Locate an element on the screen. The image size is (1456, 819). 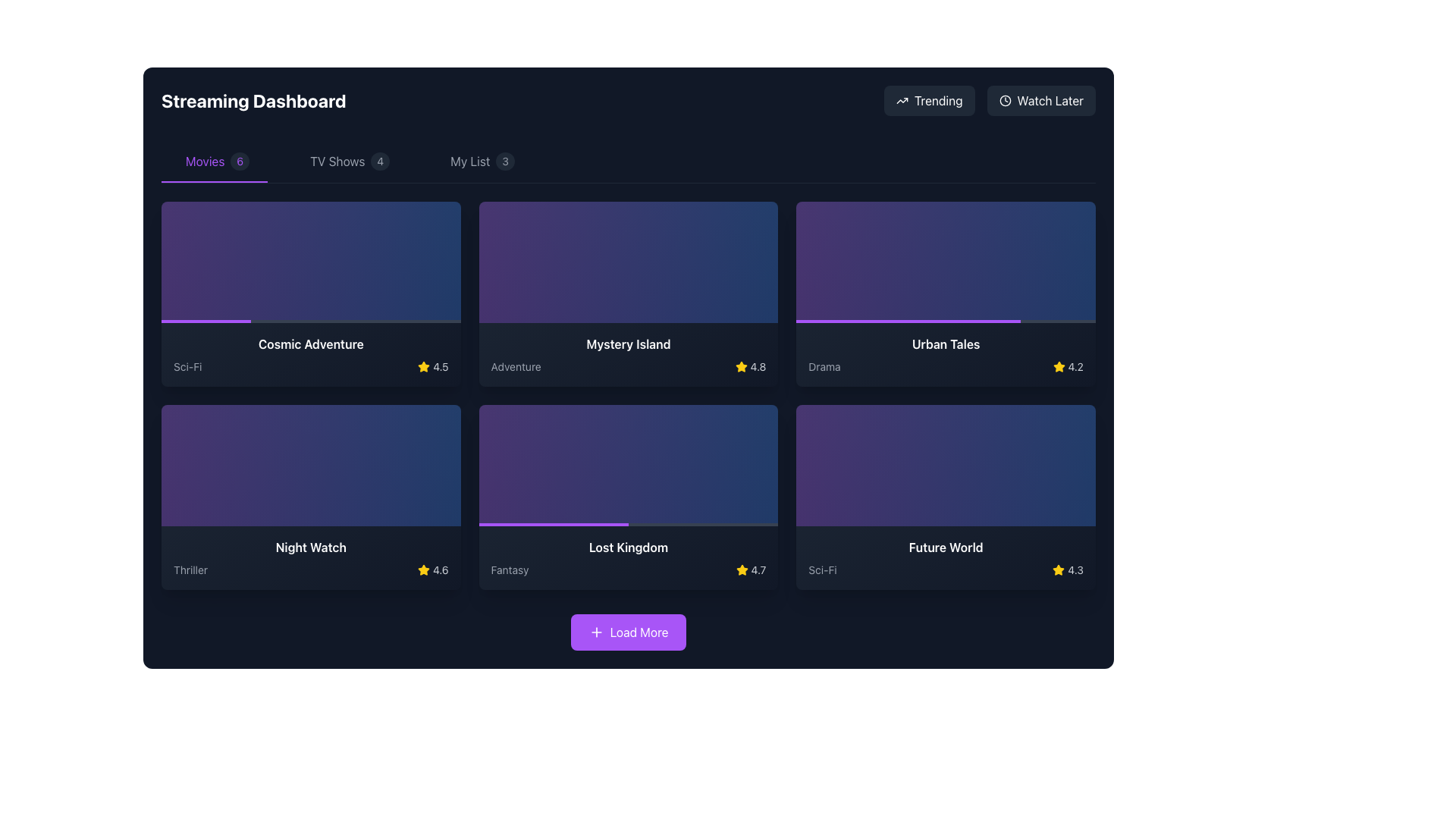
the numerical text '4.7' styled in a small gray font, located in the bottom-right corner of the 'Lost Kingdom' card, adjacent to a yellow star icon is located at coordinates (758, 570).